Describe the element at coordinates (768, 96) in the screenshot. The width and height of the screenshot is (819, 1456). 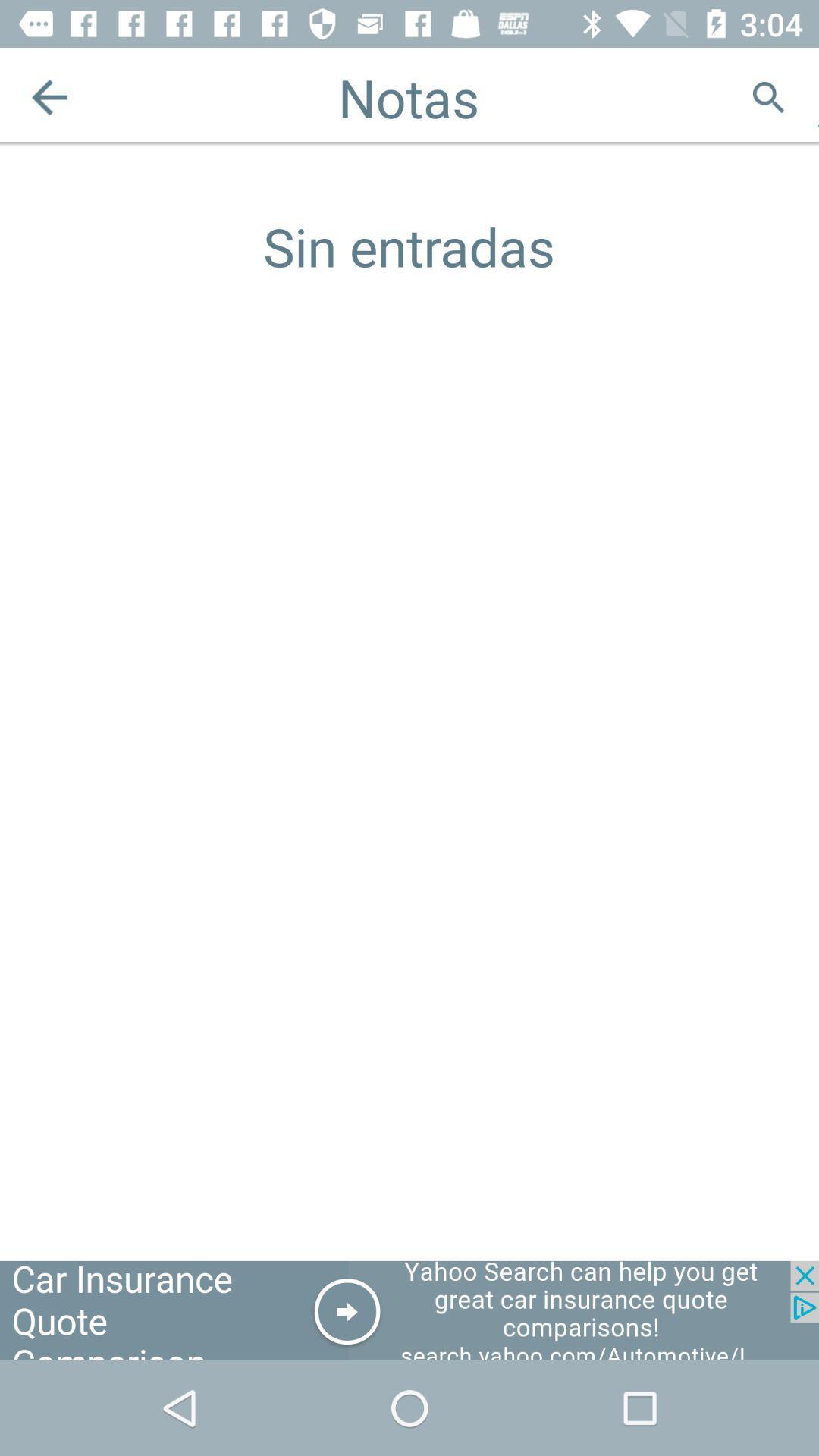
I see `the search icon` at that location.